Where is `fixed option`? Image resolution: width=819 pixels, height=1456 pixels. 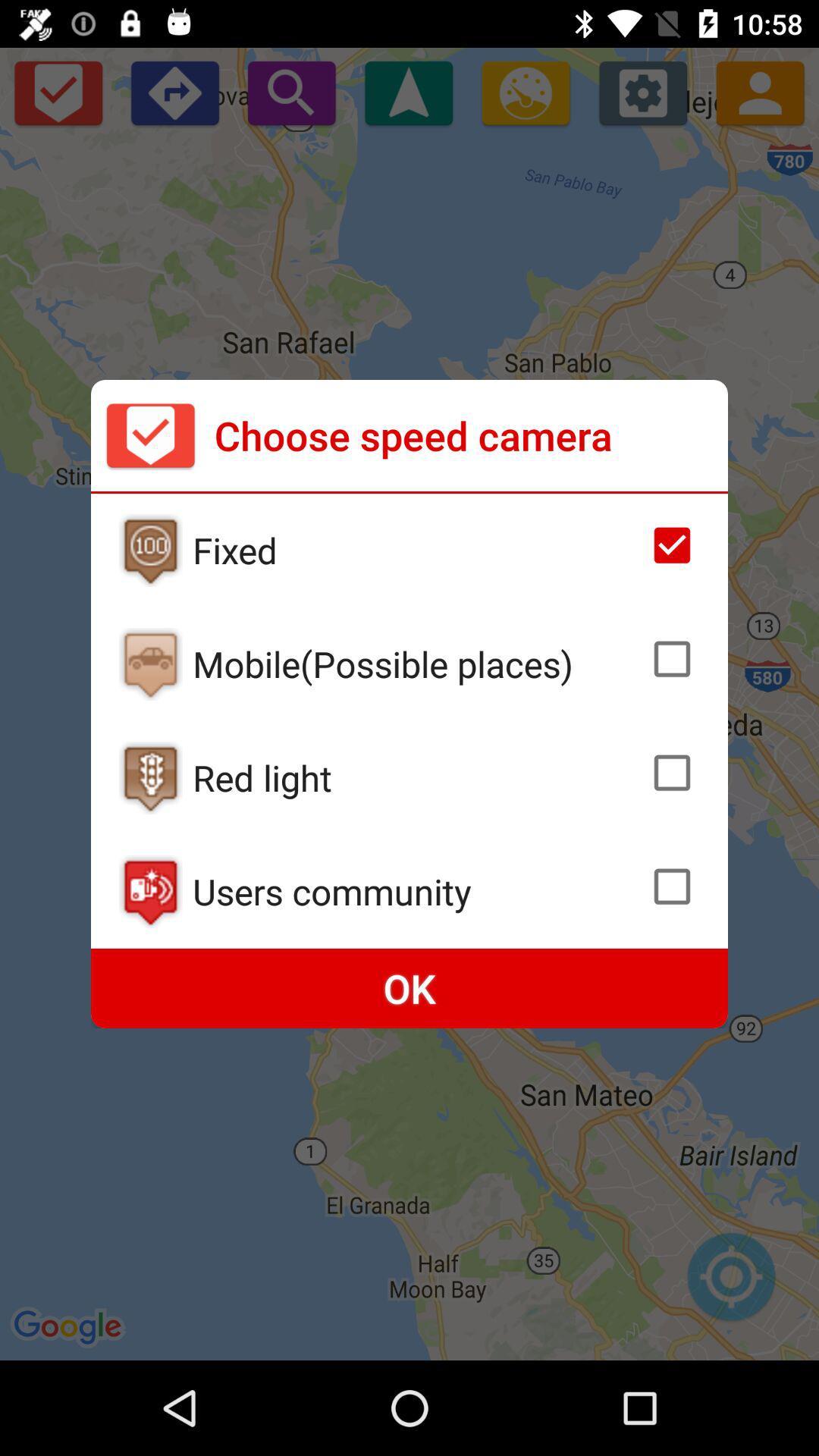 fixed option is located at coordinates (671, 545).